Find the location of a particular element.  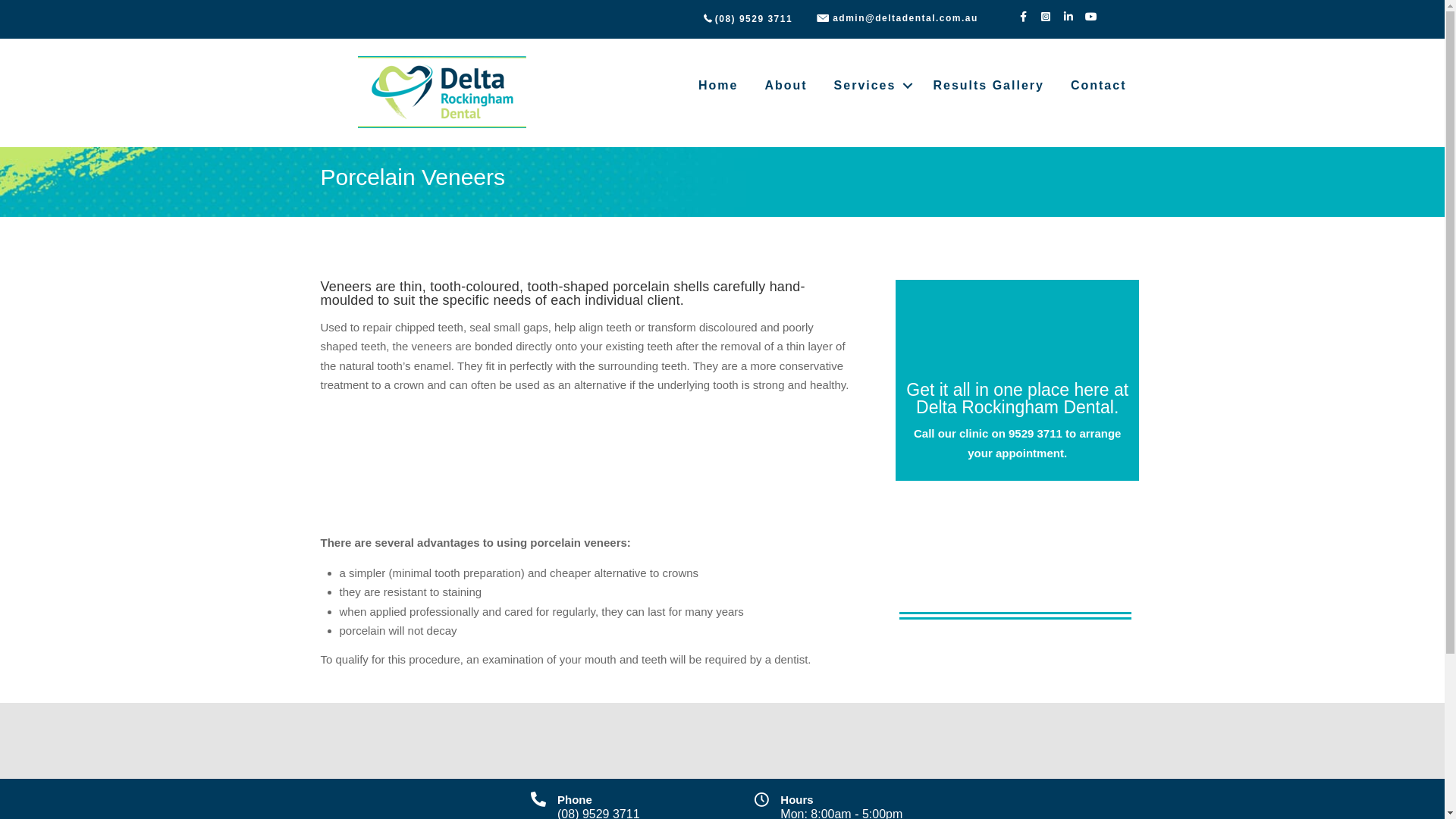

'(08) 9529 3711' is located at coordinates (753, 18).